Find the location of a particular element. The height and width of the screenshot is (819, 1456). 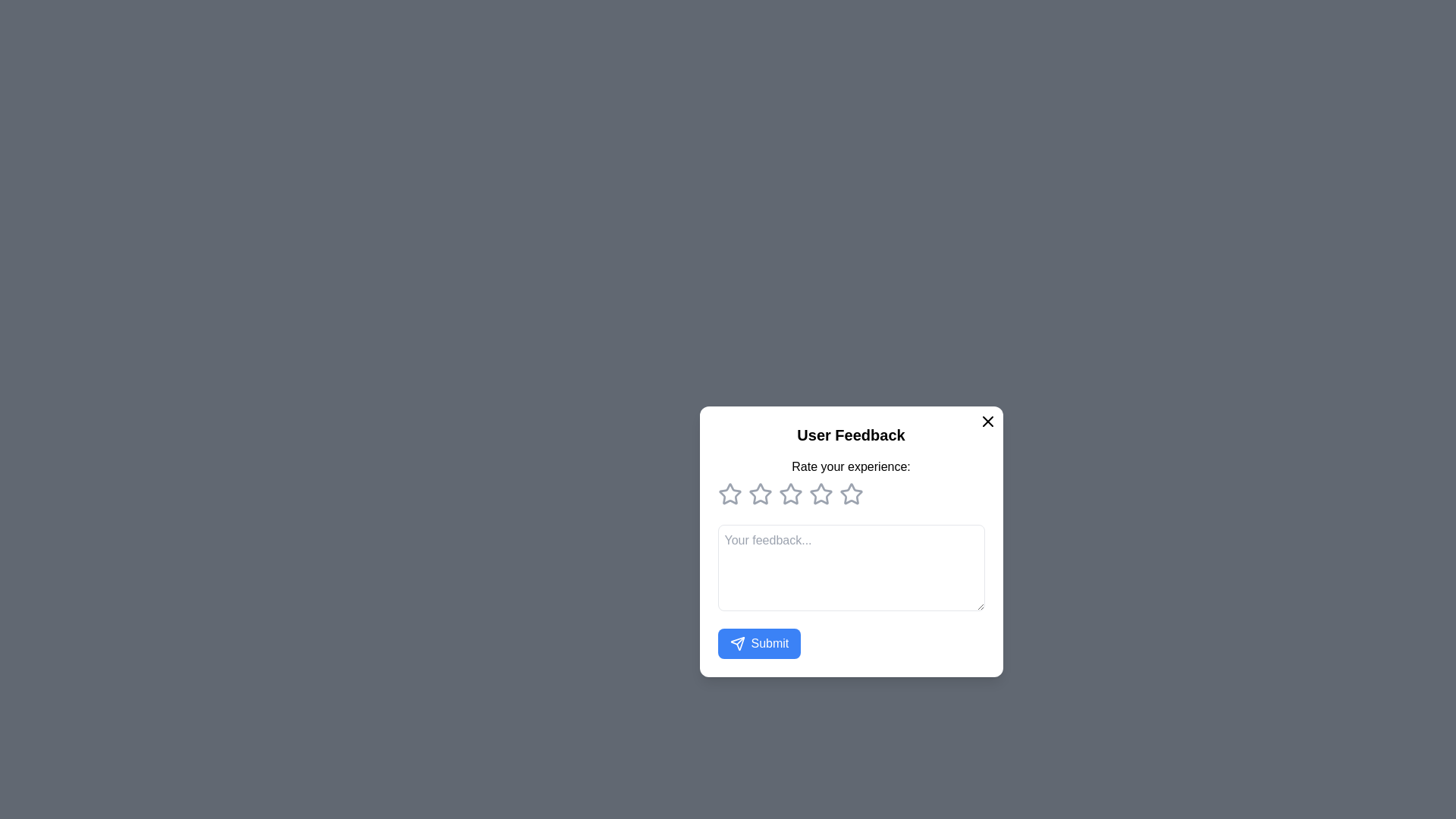

the prominent 'User Feedback' text label displayed in a bold font at the top of the popup dialog is located at coordinates (851, 435).